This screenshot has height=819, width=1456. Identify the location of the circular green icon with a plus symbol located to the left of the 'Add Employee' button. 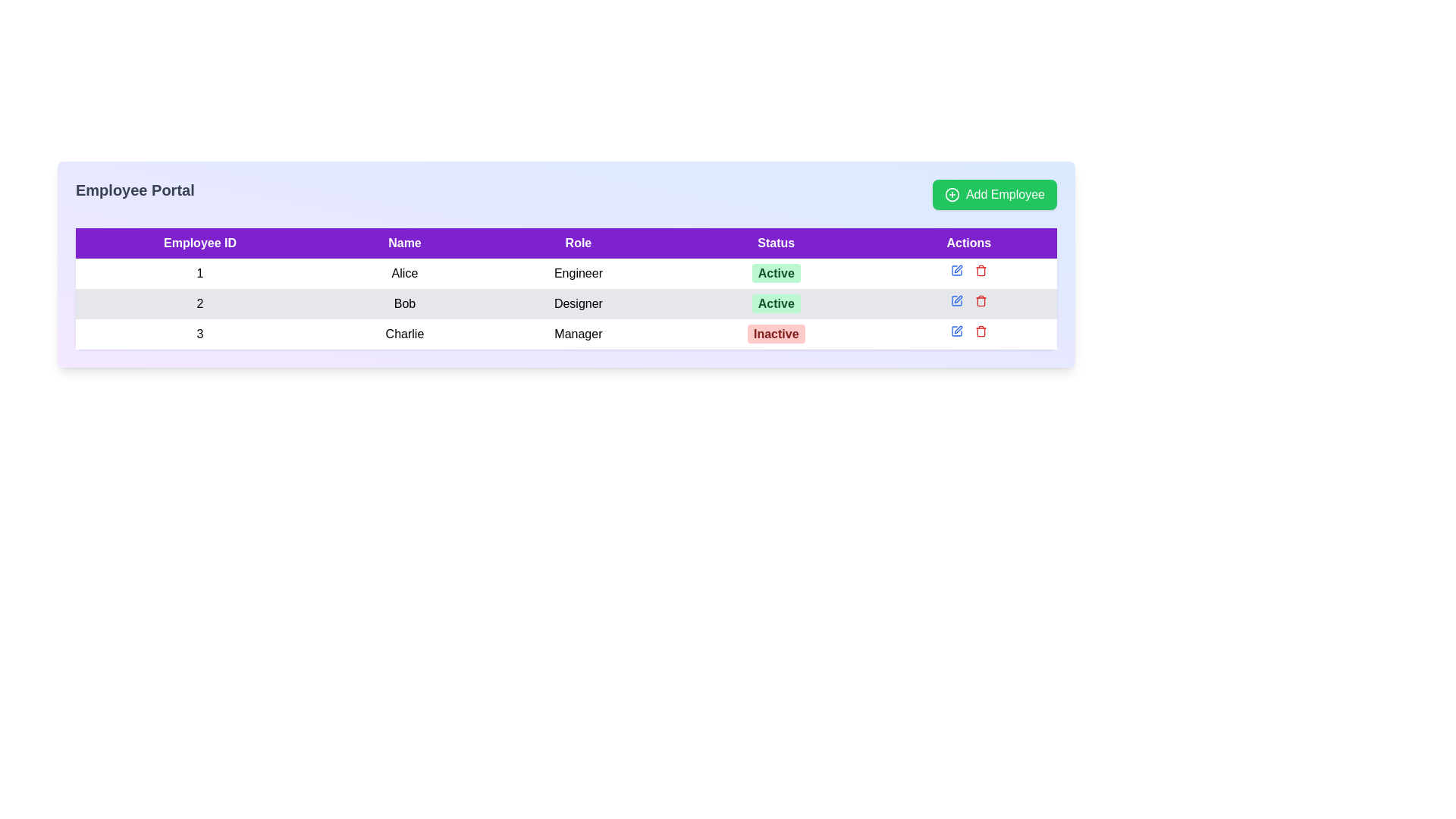
(951, 194).